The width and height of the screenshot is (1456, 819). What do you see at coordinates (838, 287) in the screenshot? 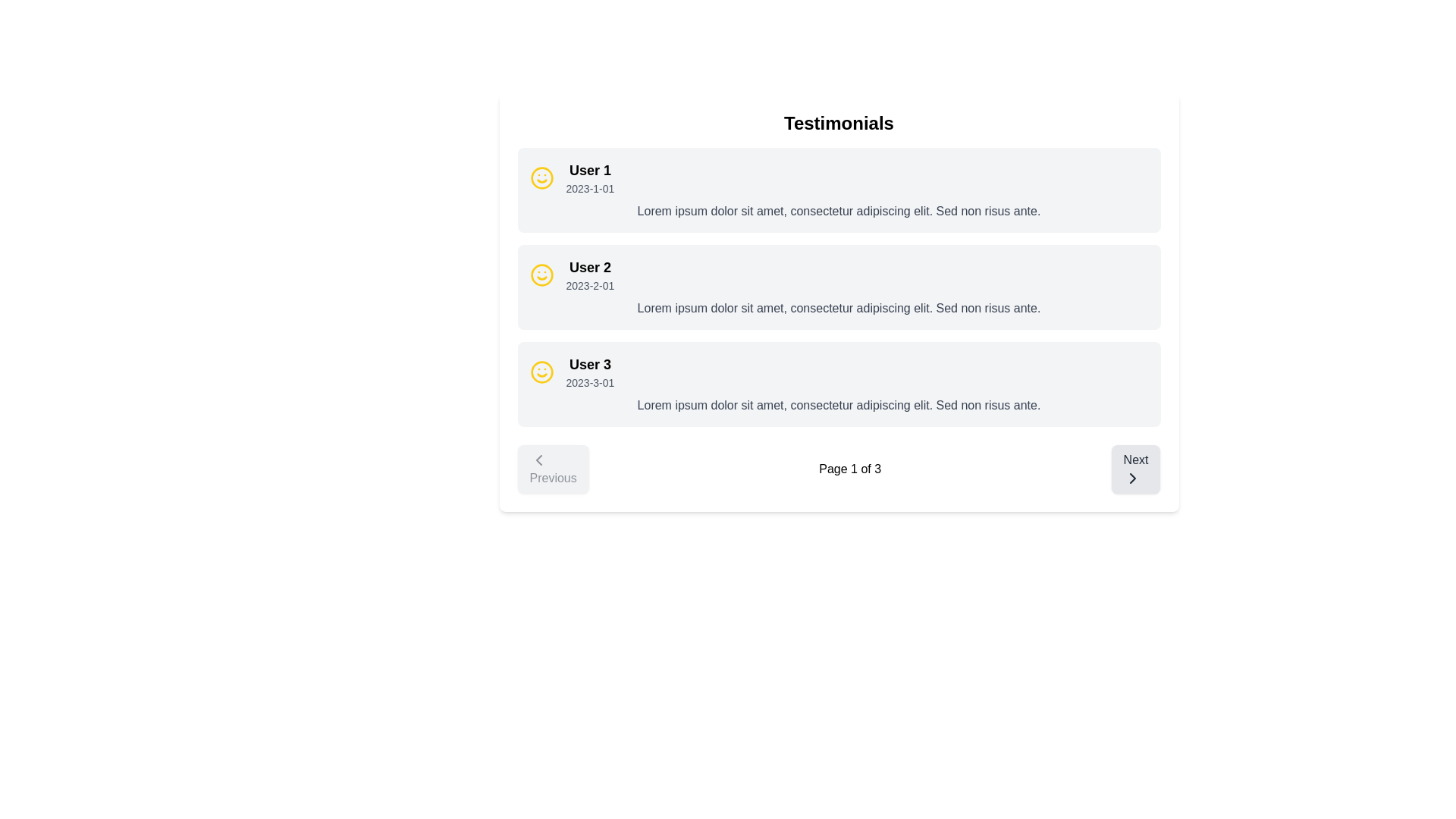
I see `the second user testimonial block in the 'Testimonials' section` at bounding box center [838, 287].